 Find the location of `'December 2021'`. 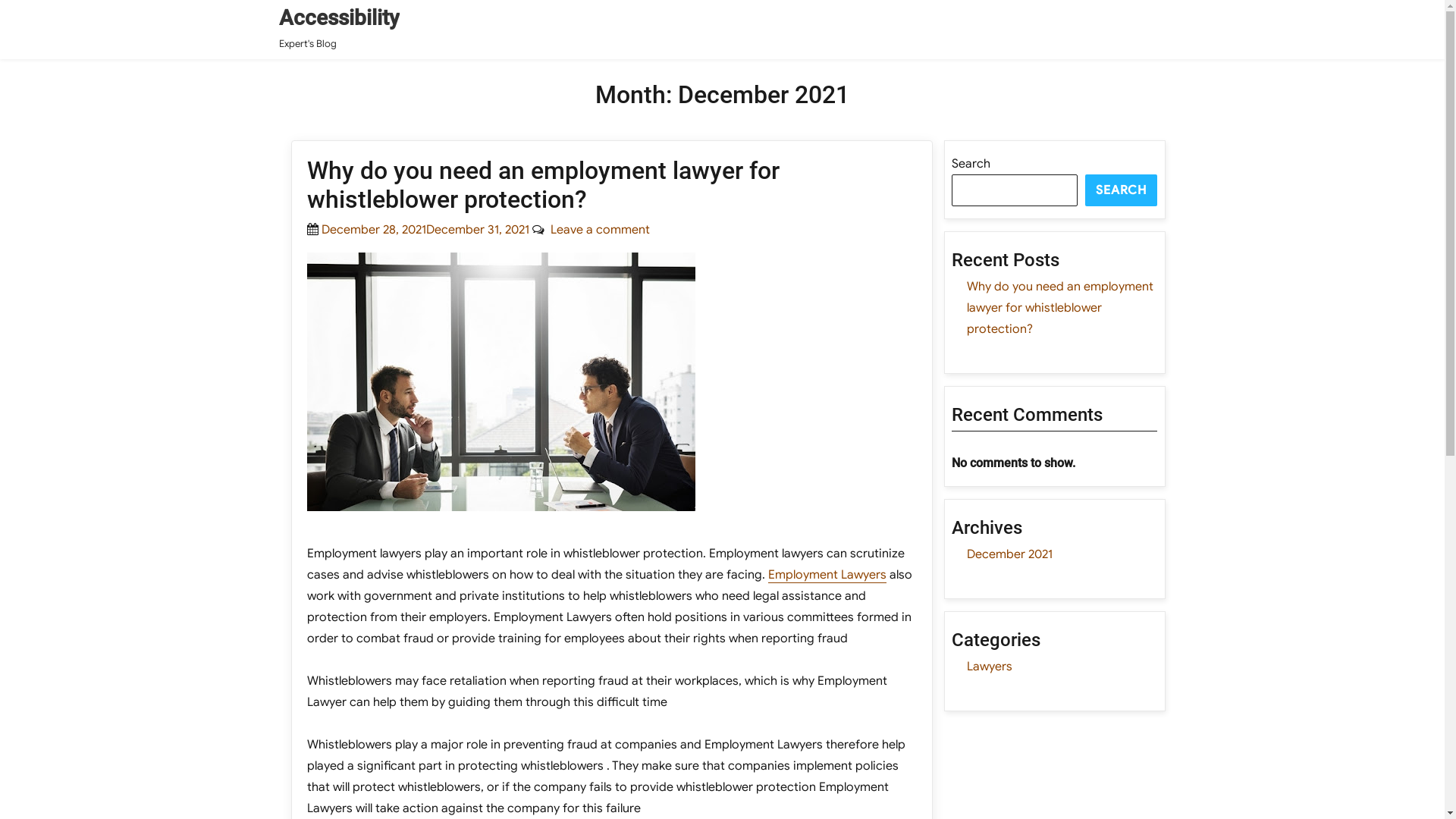

'December 2021' is located at coordinates (1009, 554).